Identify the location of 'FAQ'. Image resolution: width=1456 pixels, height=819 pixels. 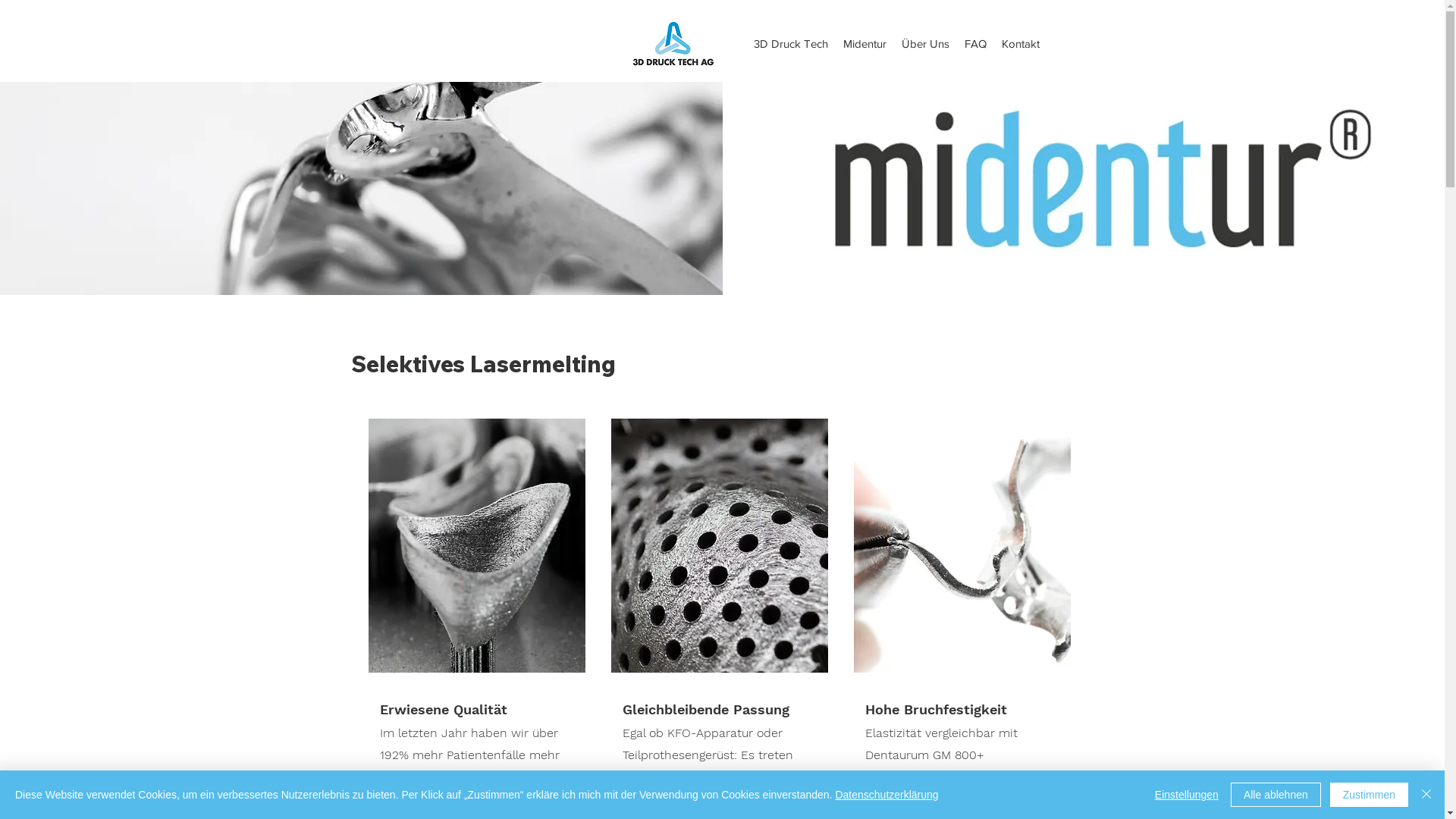
(975, 42).